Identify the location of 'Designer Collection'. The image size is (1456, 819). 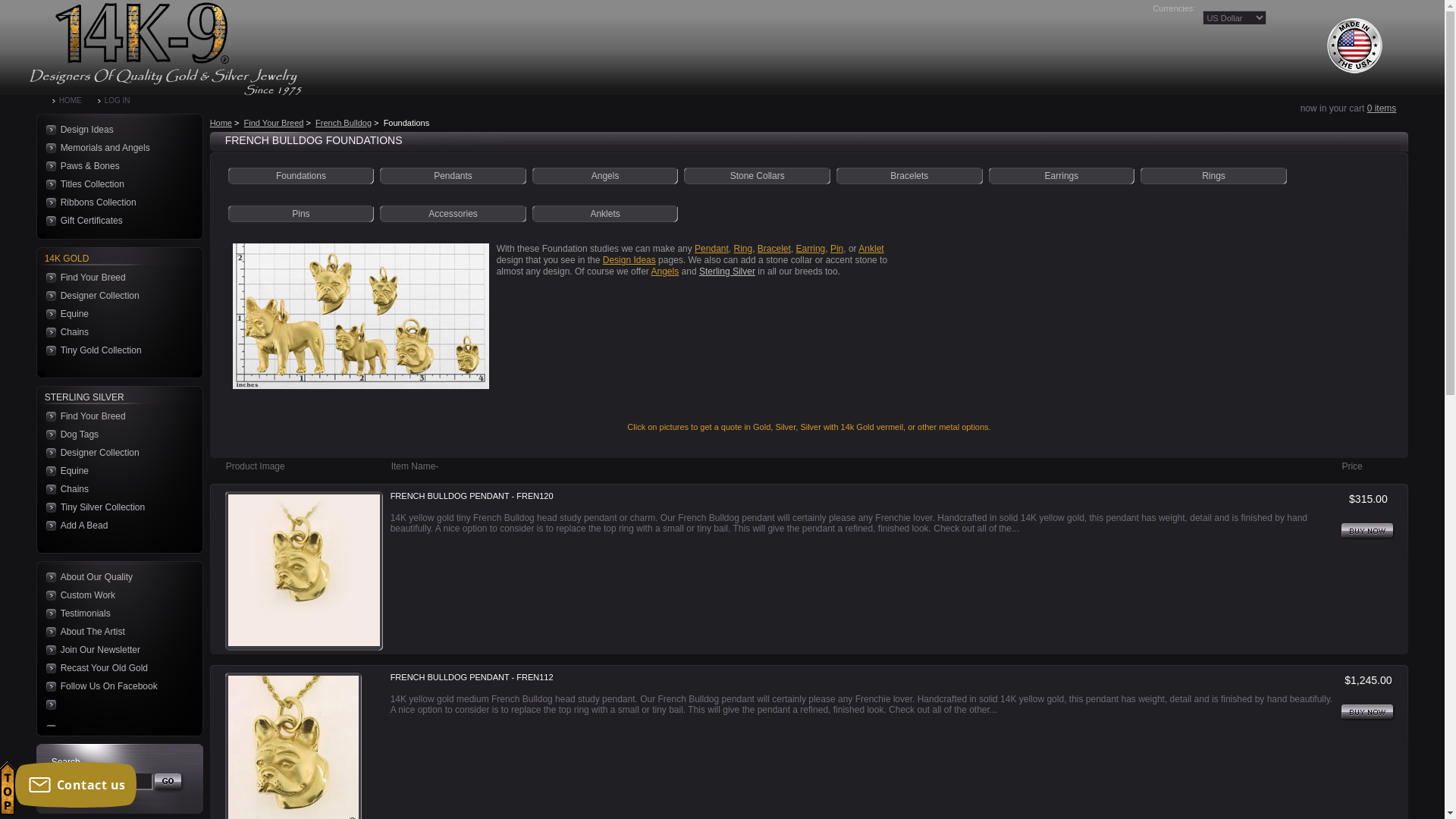
(115, 452).